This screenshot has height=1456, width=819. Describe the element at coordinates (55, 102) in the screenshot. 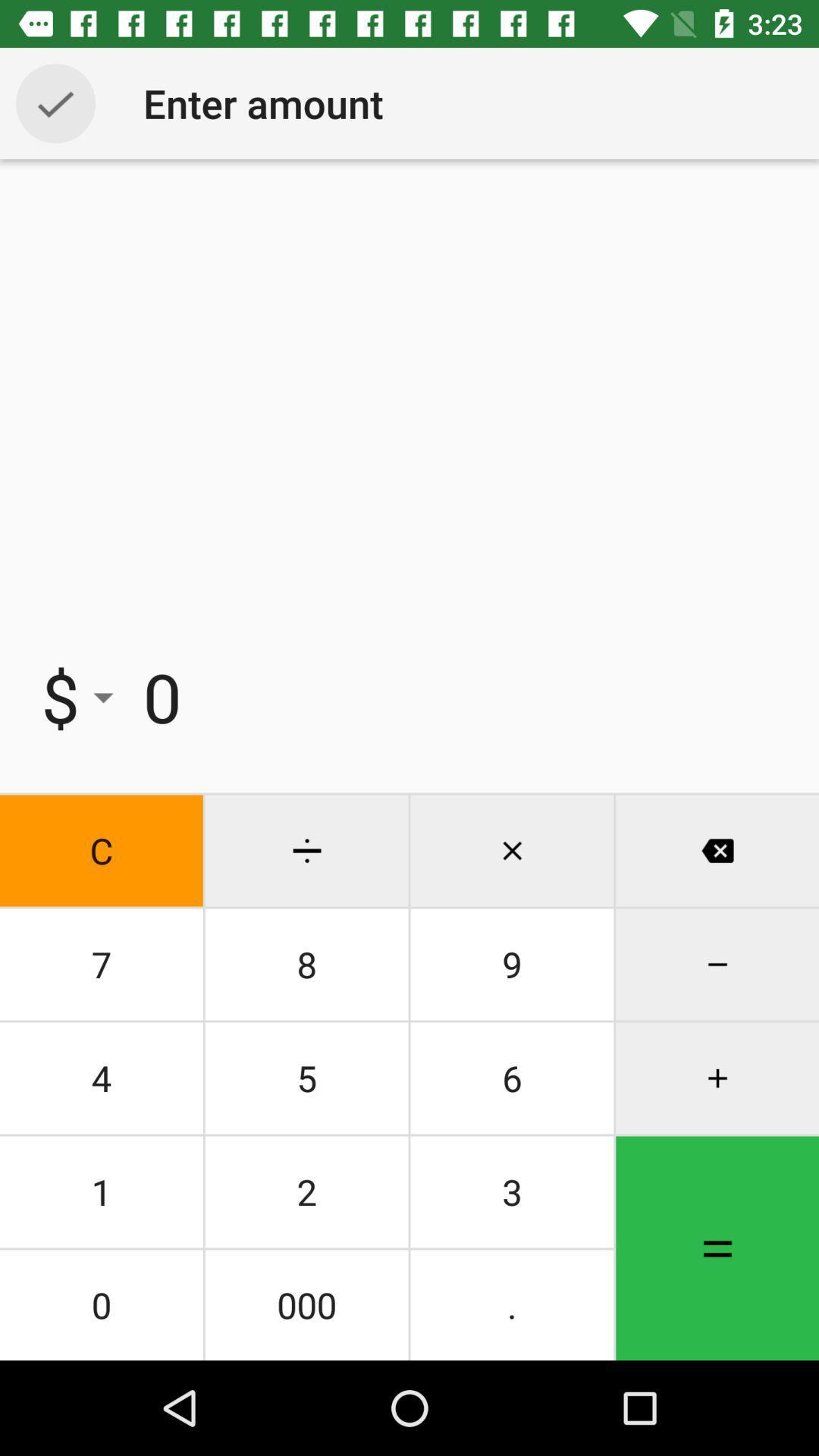

I see `confirm amount entered` at that location.